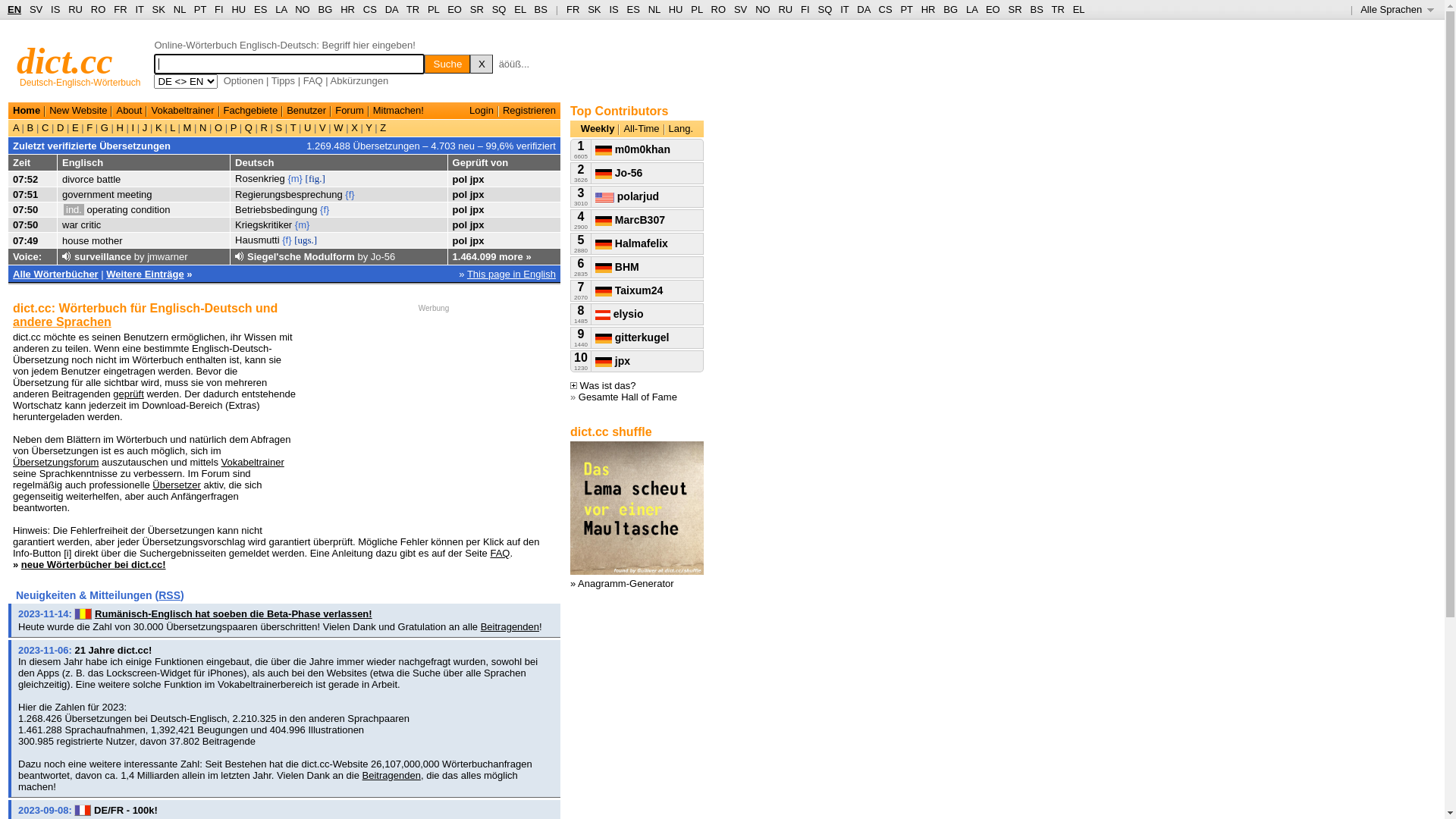 This screenshot has width=1456, height=819. Describe the element at coordinates (480, 109) in the screenshot. I see `'Login'` at that location.